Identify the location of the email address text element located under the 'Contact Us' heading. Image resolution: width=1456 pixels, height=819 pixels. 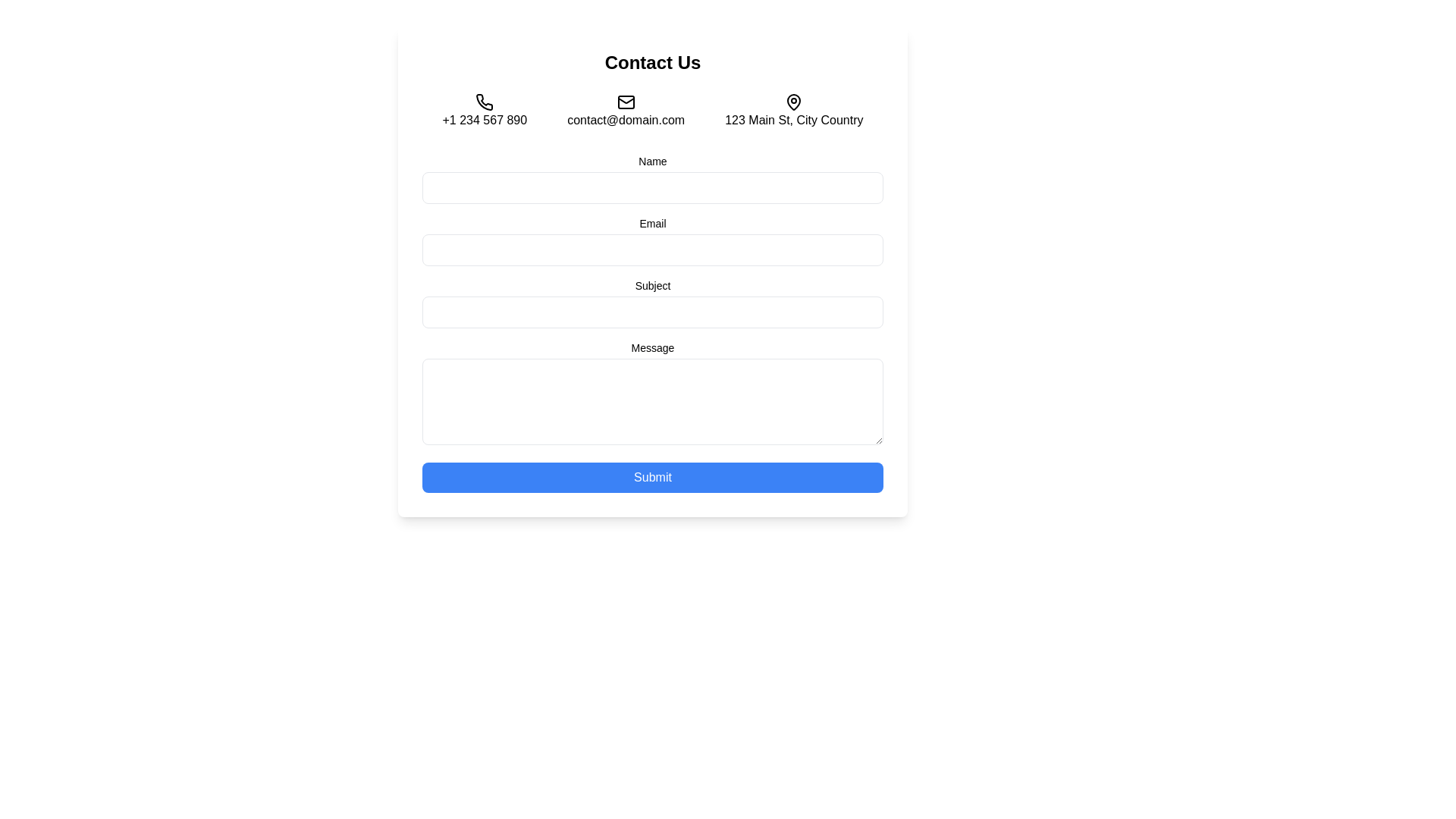
(652, 110).